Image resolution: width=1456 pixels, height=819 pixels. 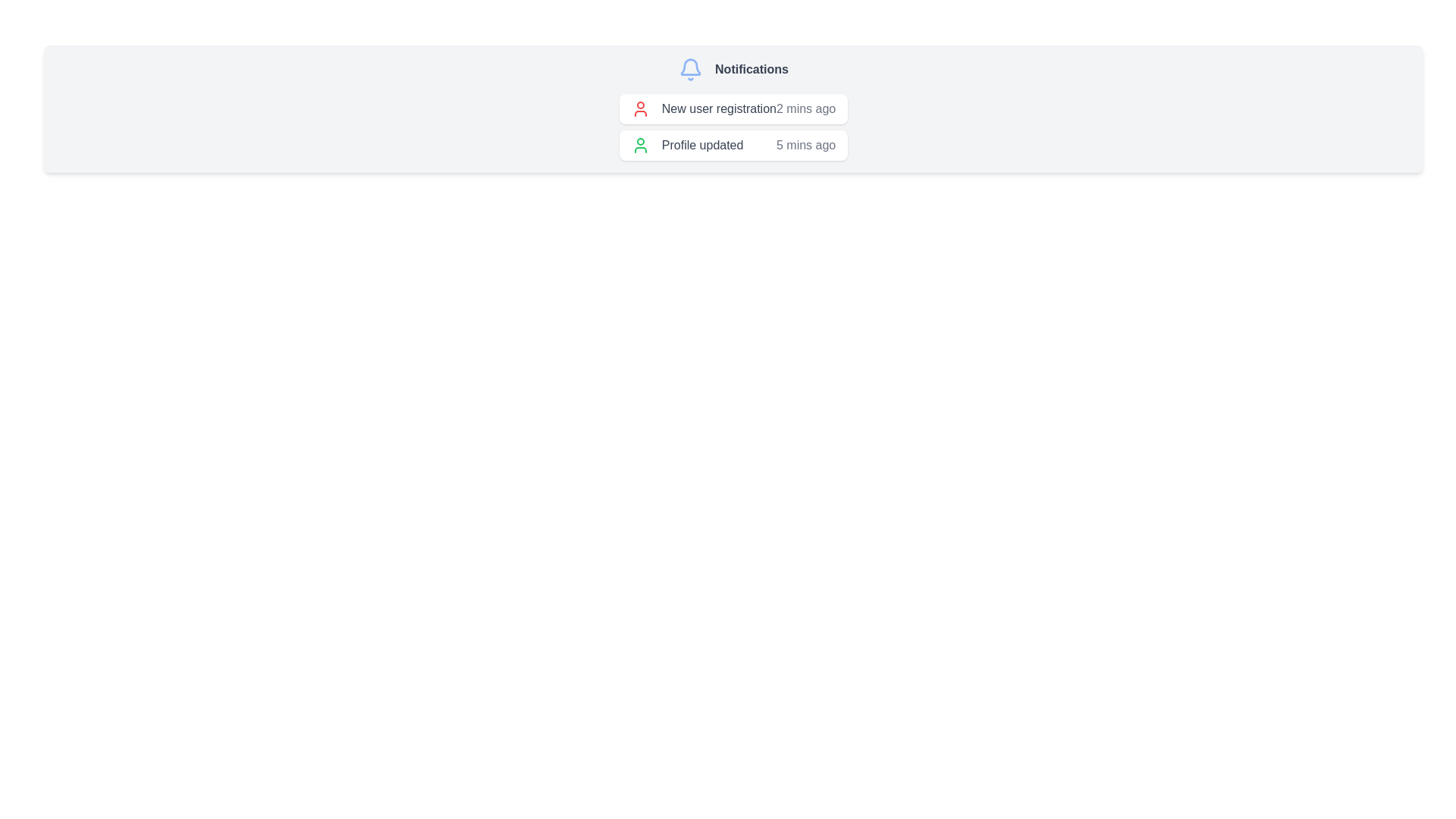 I want to click on time displayed in the text label that informs the user about the time that has passed since the 'New user registration' event, located in the right section of a notification card, so click(x=805, y=108).